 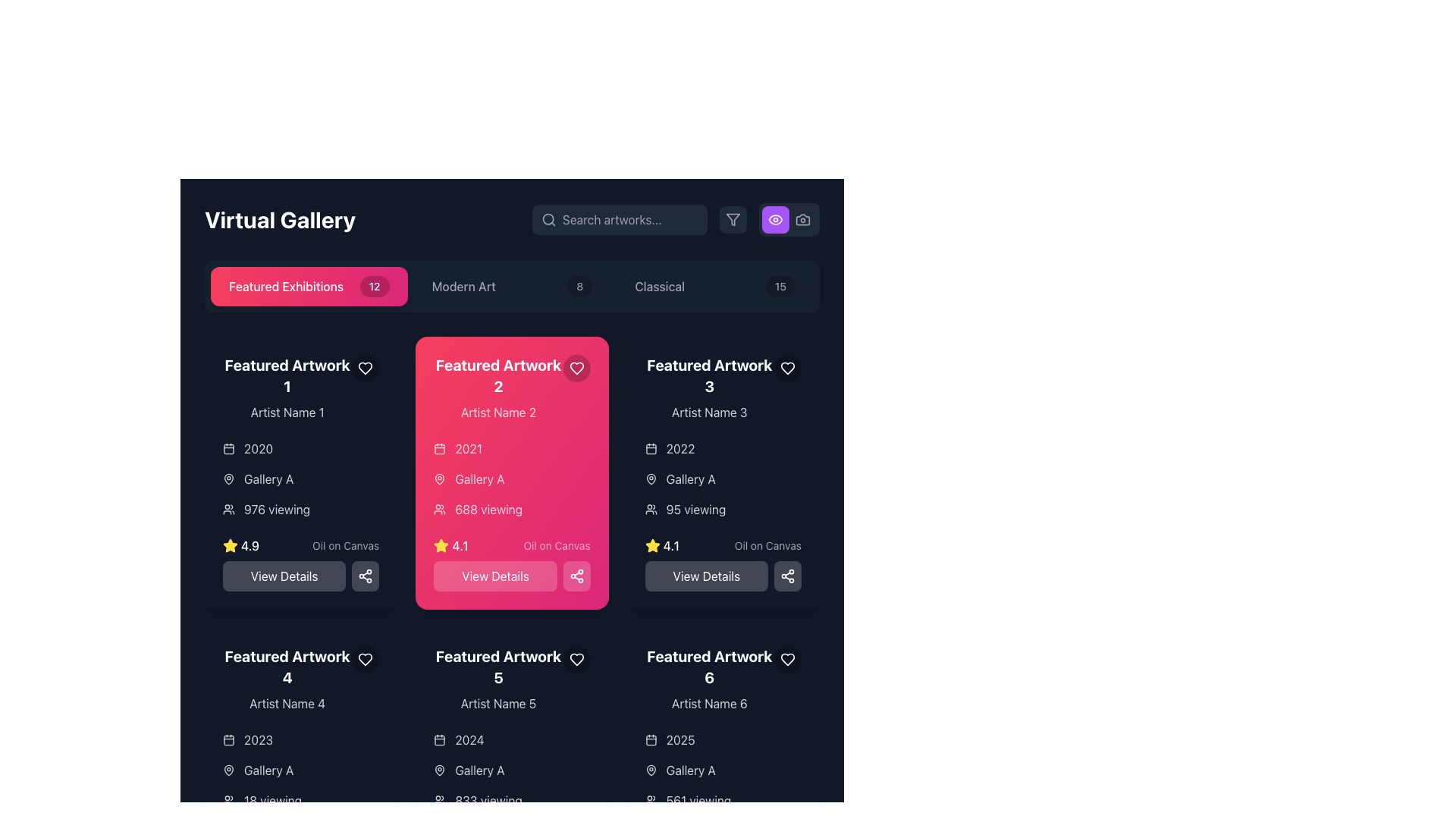 What do you see at coordinates (733, 219) in the screenshot?
I see `the filter button located in the top right toolbar, positioned to the left of the eye-shaped button with a purple background` at bounding box center [733, 219].